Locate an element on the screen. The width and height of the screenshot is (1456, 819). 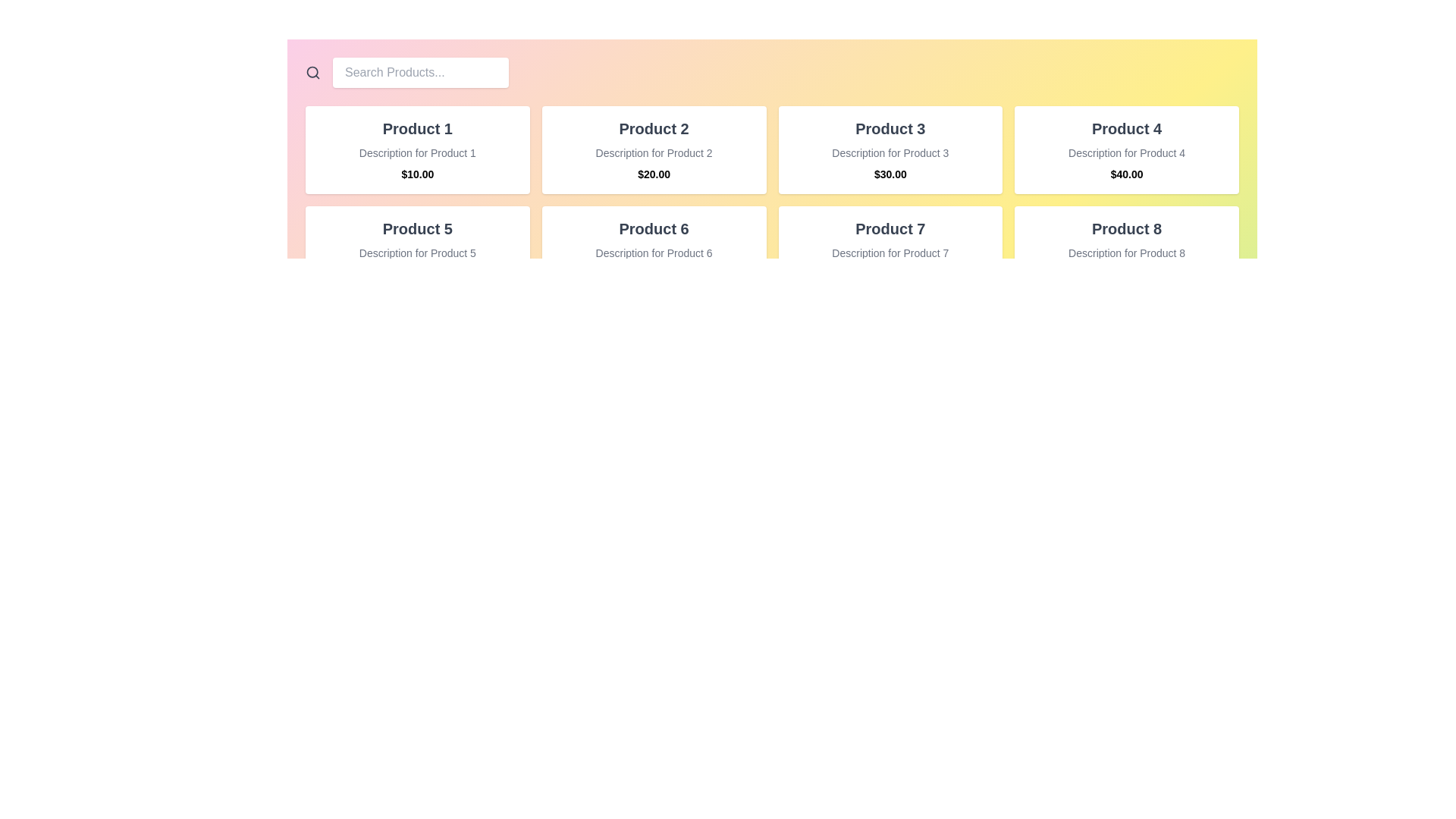
the static text element containing 'Description for Product 2', which is located below the 'Product 2' heading and above the price '$20.00' is located at coordinates (654, 152).